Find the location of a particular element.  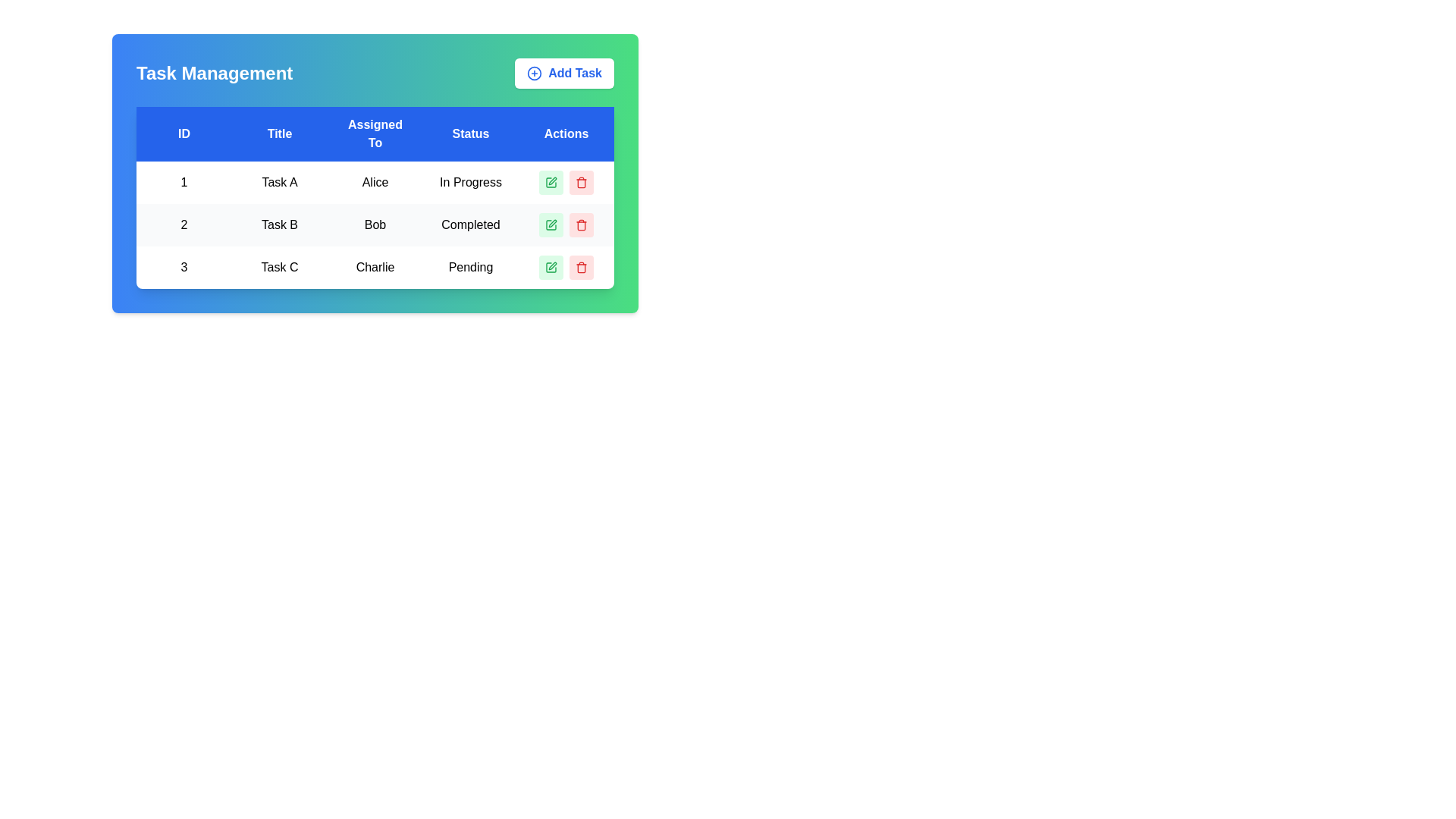

the green pen icon button in the 'Actions' column of the first row in the 'Task Management' table is located at coordinates (550, 181).